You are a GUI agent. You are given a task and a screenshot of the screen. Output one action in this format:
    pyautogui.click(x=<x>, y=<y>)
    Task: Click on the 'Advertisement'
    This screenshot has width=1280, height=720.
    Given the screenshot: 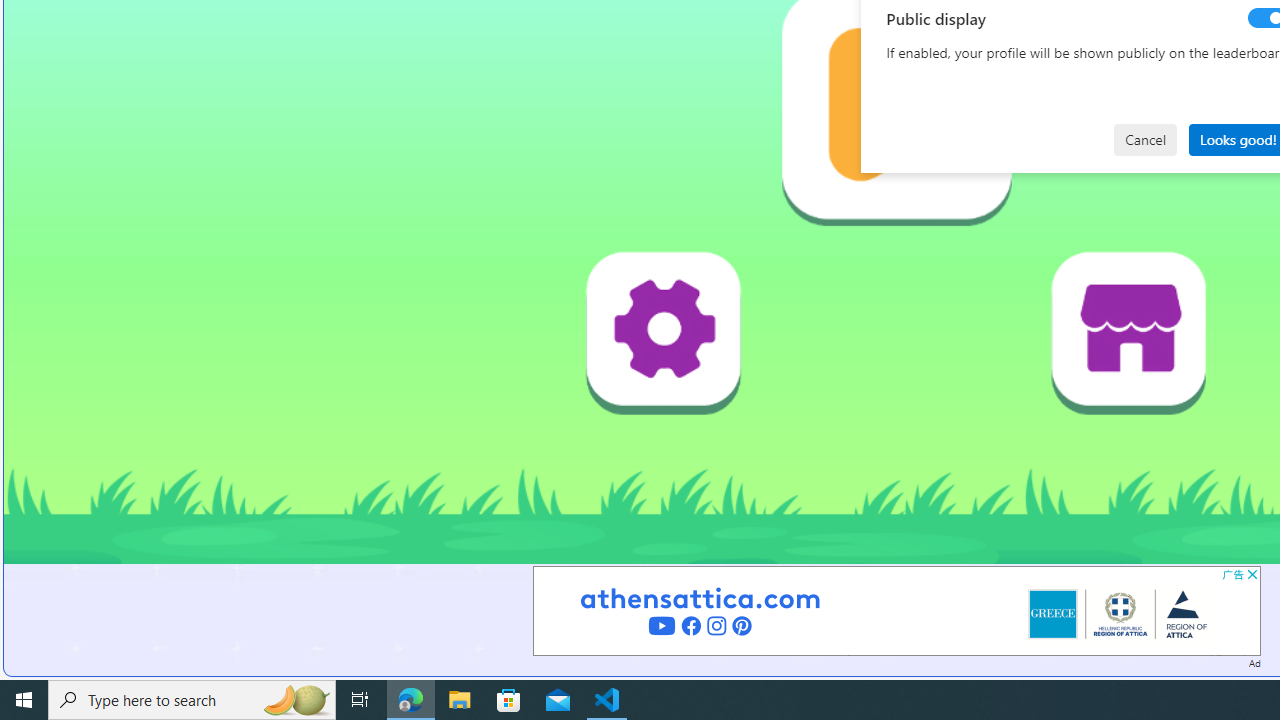 What is the action you would take?
    pyautogui.click(x=895, y=609)
    